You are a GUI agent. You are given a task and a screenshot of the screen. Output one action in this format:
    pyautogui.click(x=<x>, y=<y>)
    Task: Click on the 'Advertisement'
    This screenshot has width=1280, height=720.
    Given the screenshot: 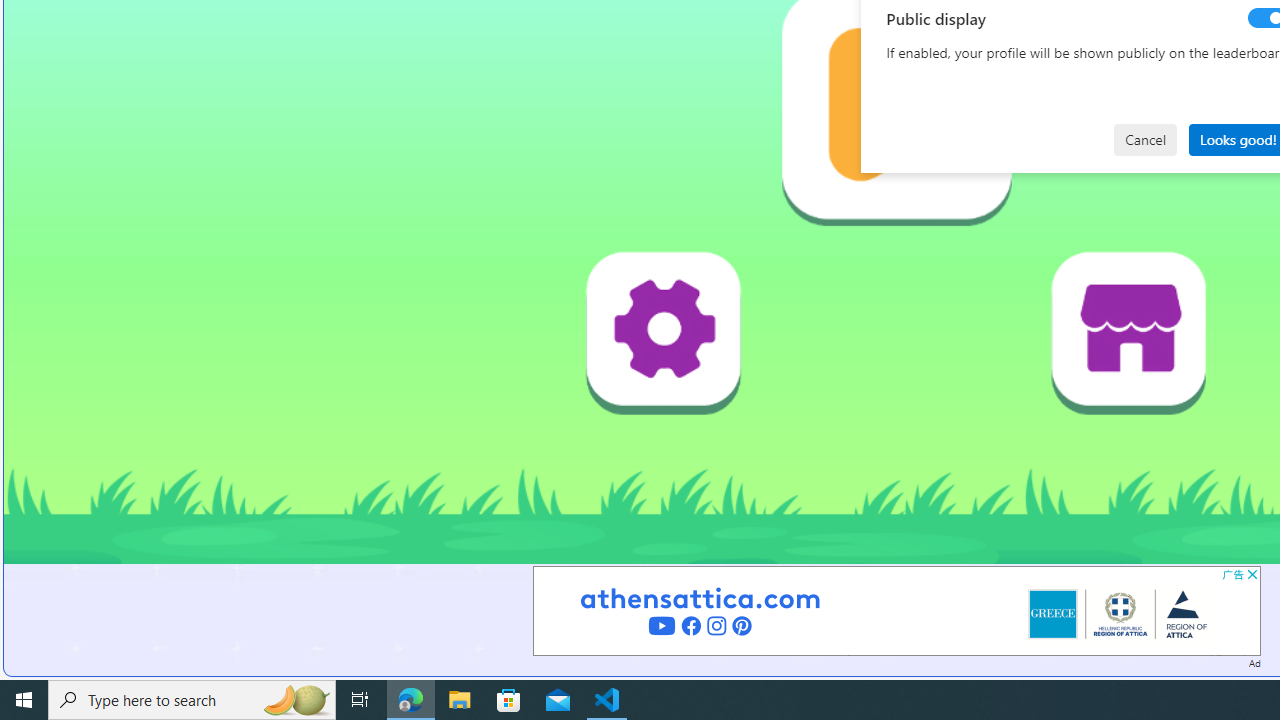 What is the action you would take?
    pyautogui.click(x=895, y=609)
    